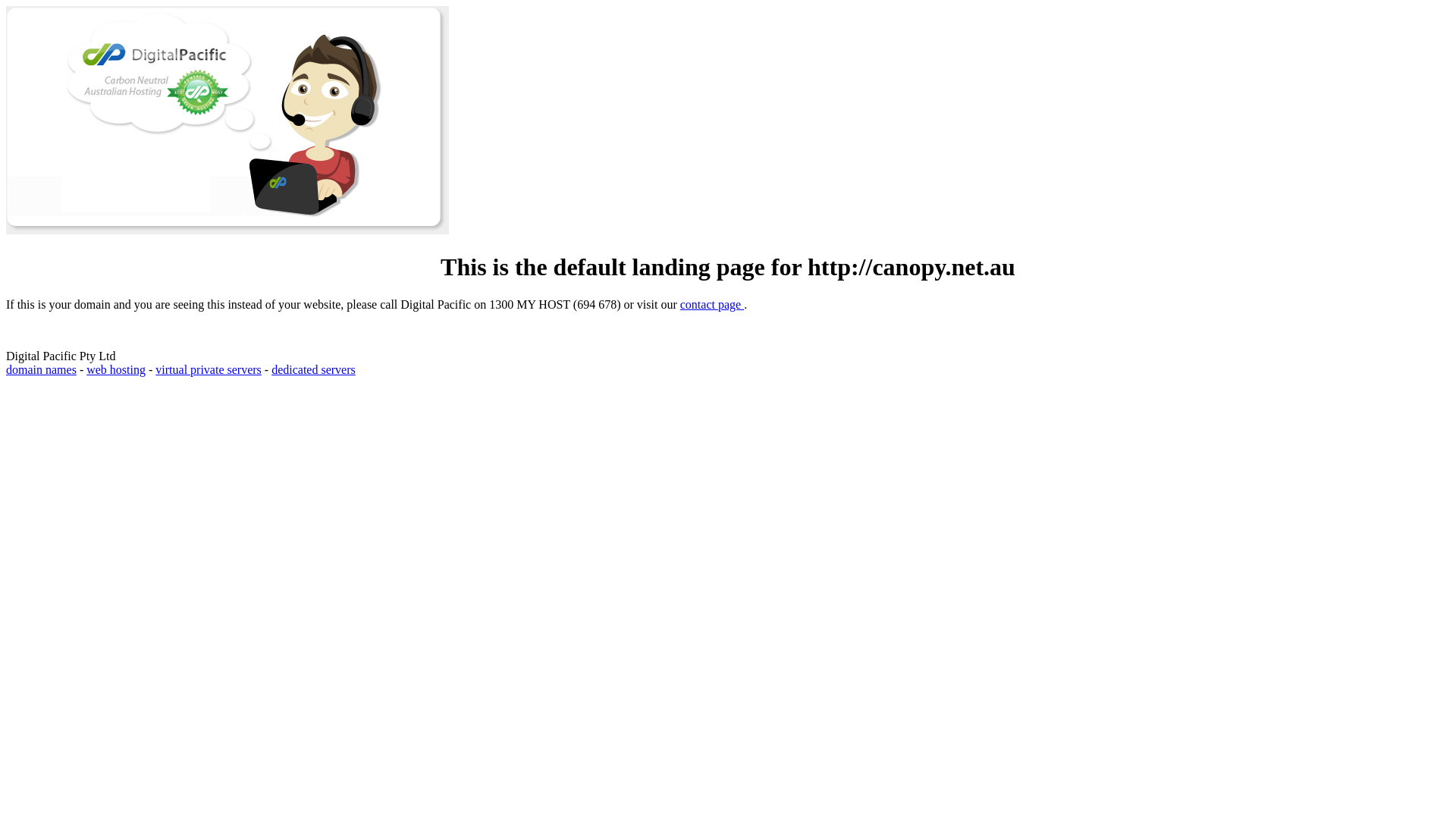 The image size is (1456, 819). Describe the element at coordinates (711, 304) in the screenshot. I see `'contact page'` at that location.